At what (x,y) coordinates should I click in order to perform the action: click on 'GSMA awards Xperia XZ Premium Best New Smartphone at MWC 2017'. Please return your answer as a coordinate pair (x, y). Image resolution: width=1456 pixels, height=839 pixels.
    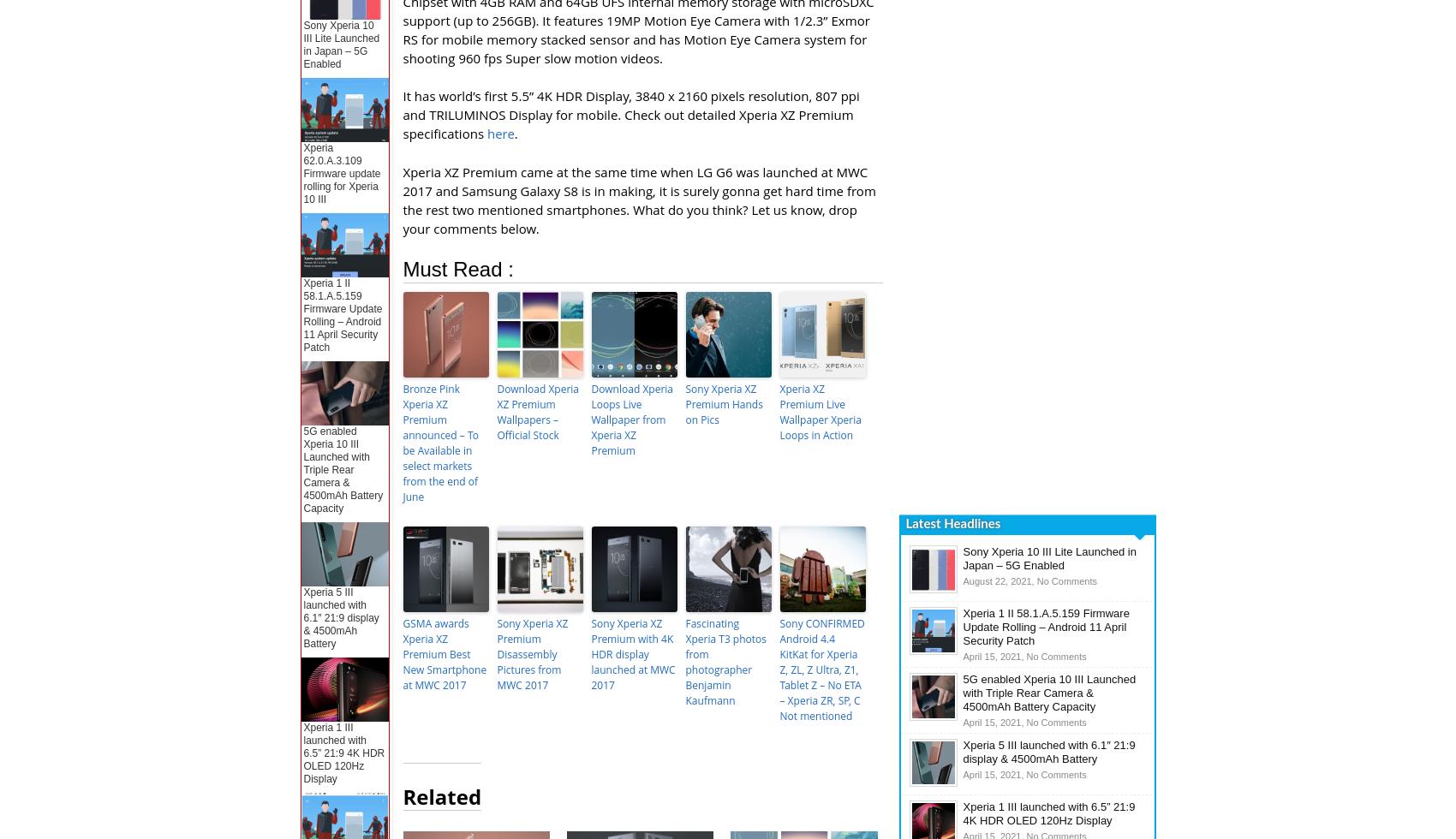
    Looking at the image, I should click on (445, 654).